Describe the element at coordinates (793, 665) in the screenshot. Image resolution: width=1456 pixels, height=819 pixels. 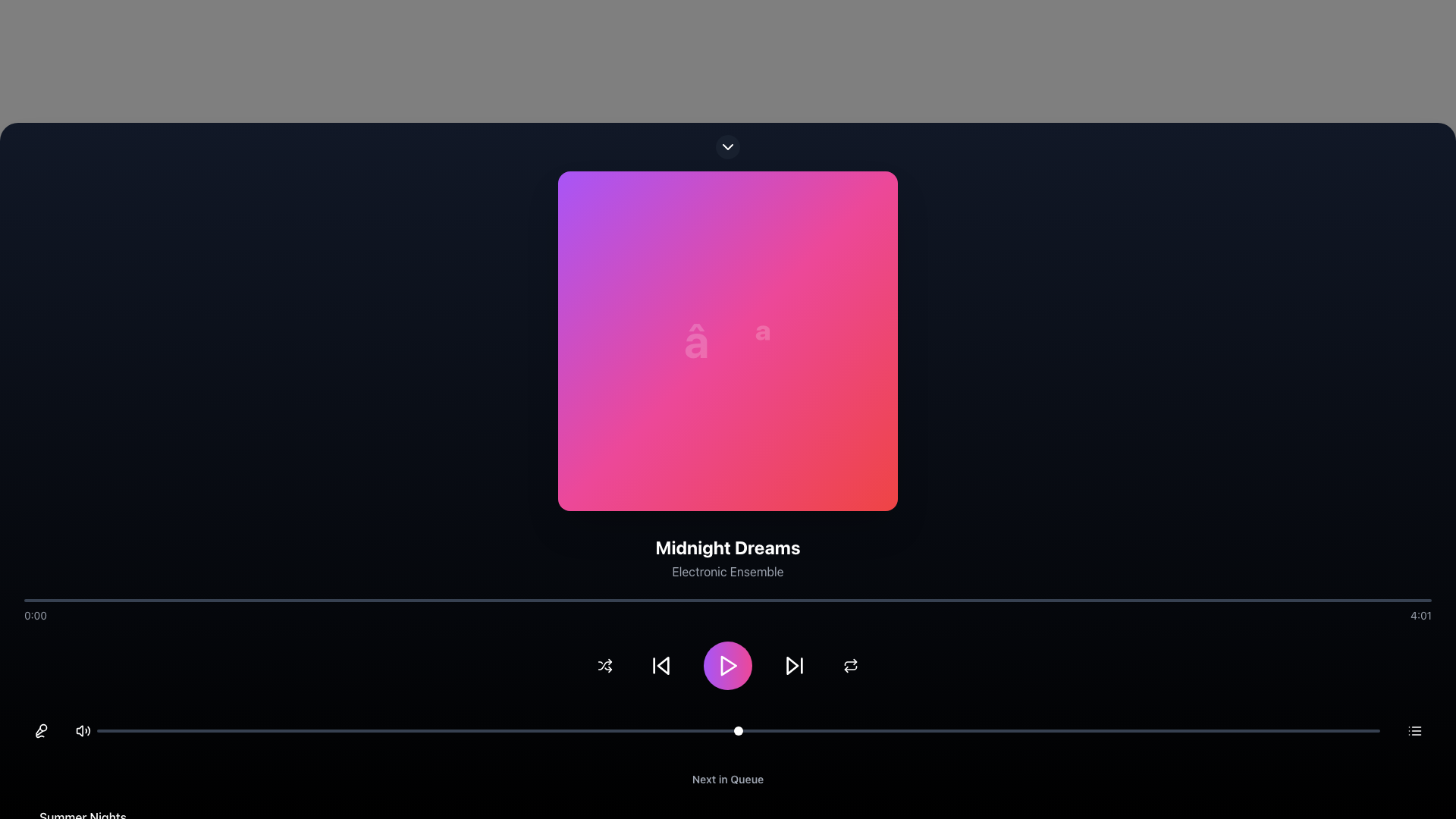
I see `the skip-forward icon button located in the lower section of the interface to skip to the next track` at that location.